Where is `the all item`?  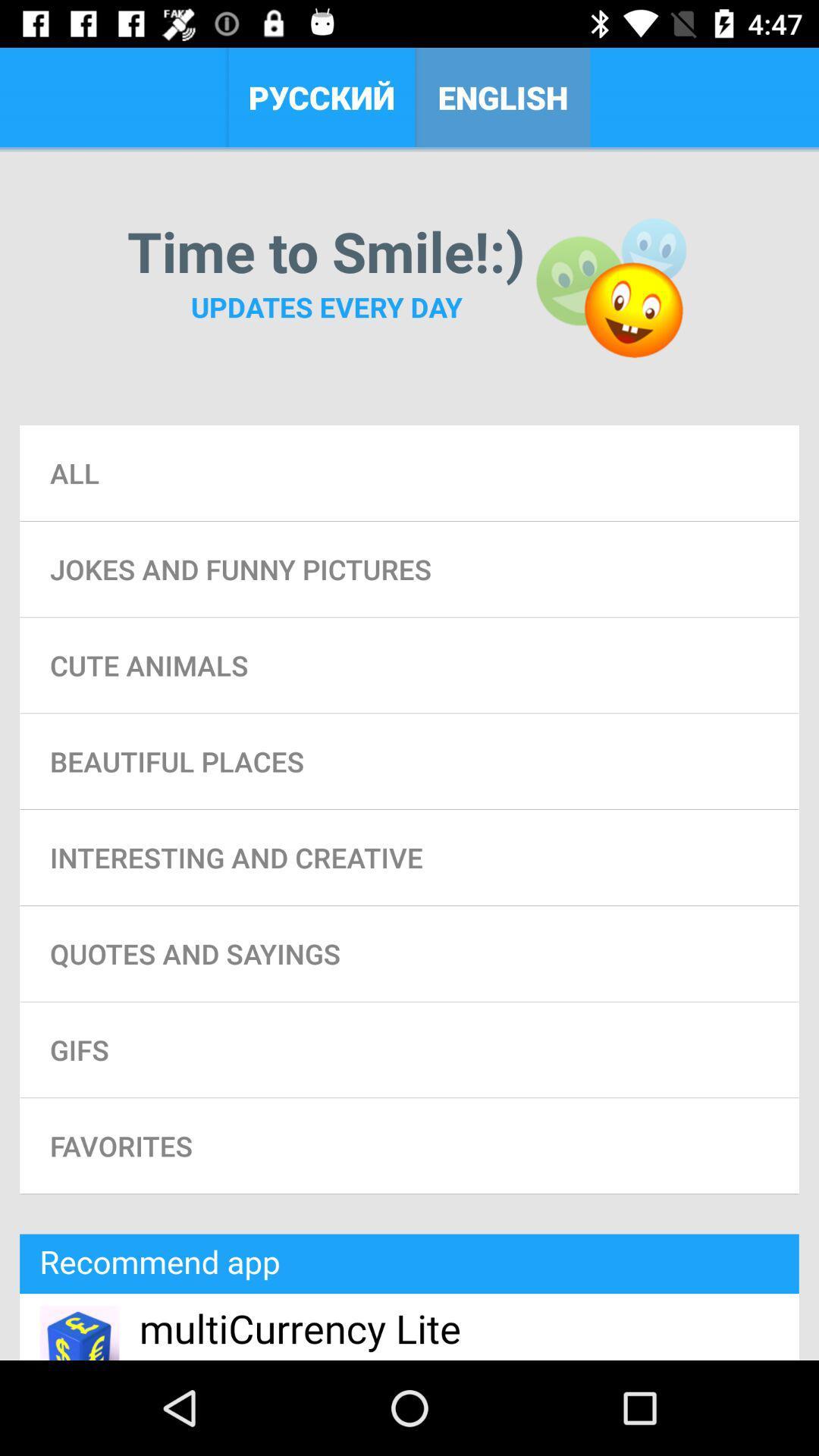
the all item is located at coordinates (409, 472).